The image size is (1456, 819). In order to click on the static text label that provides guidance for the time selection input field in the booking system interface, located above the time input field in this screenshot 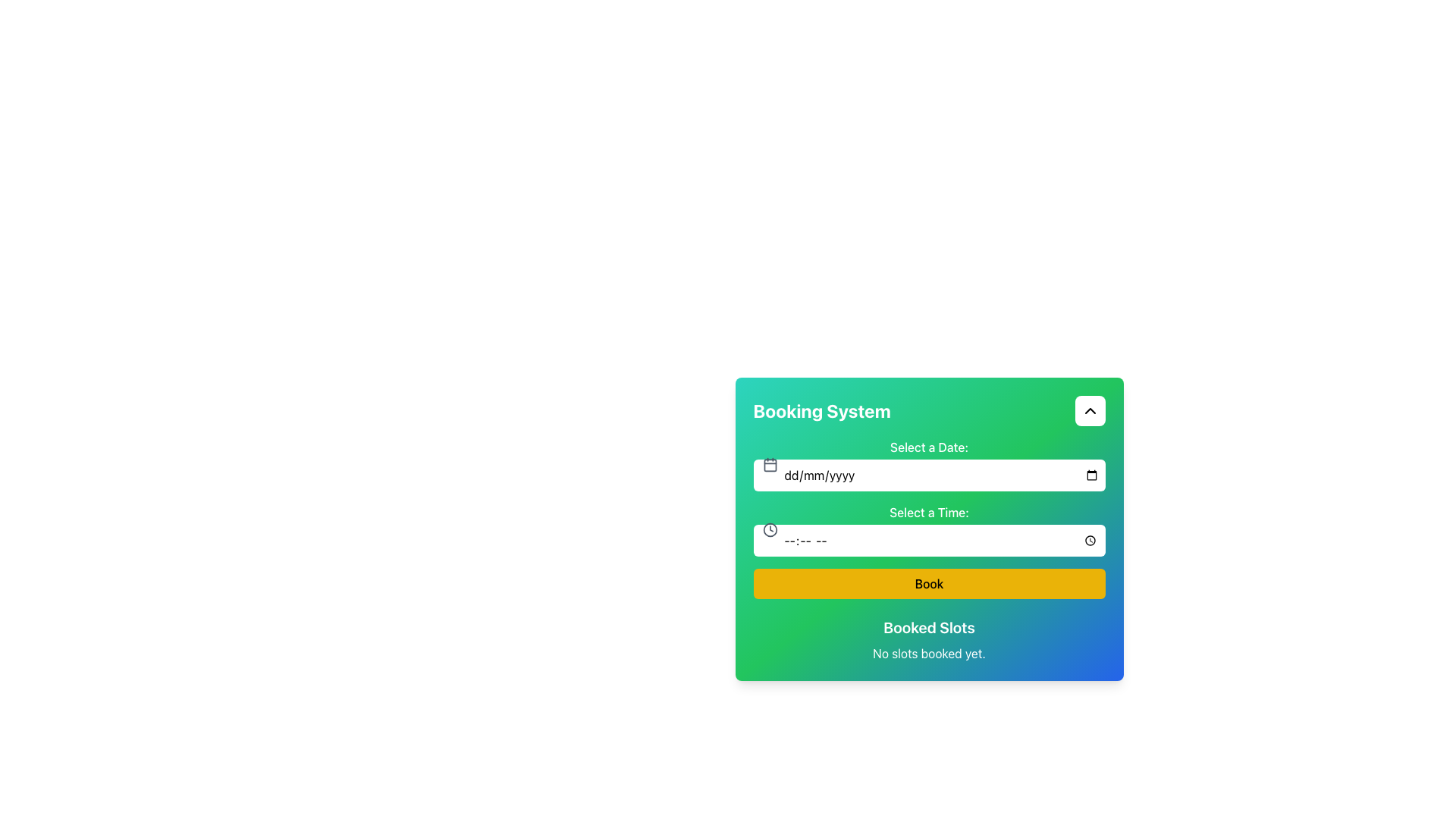, I will do `click(928, 512)`.